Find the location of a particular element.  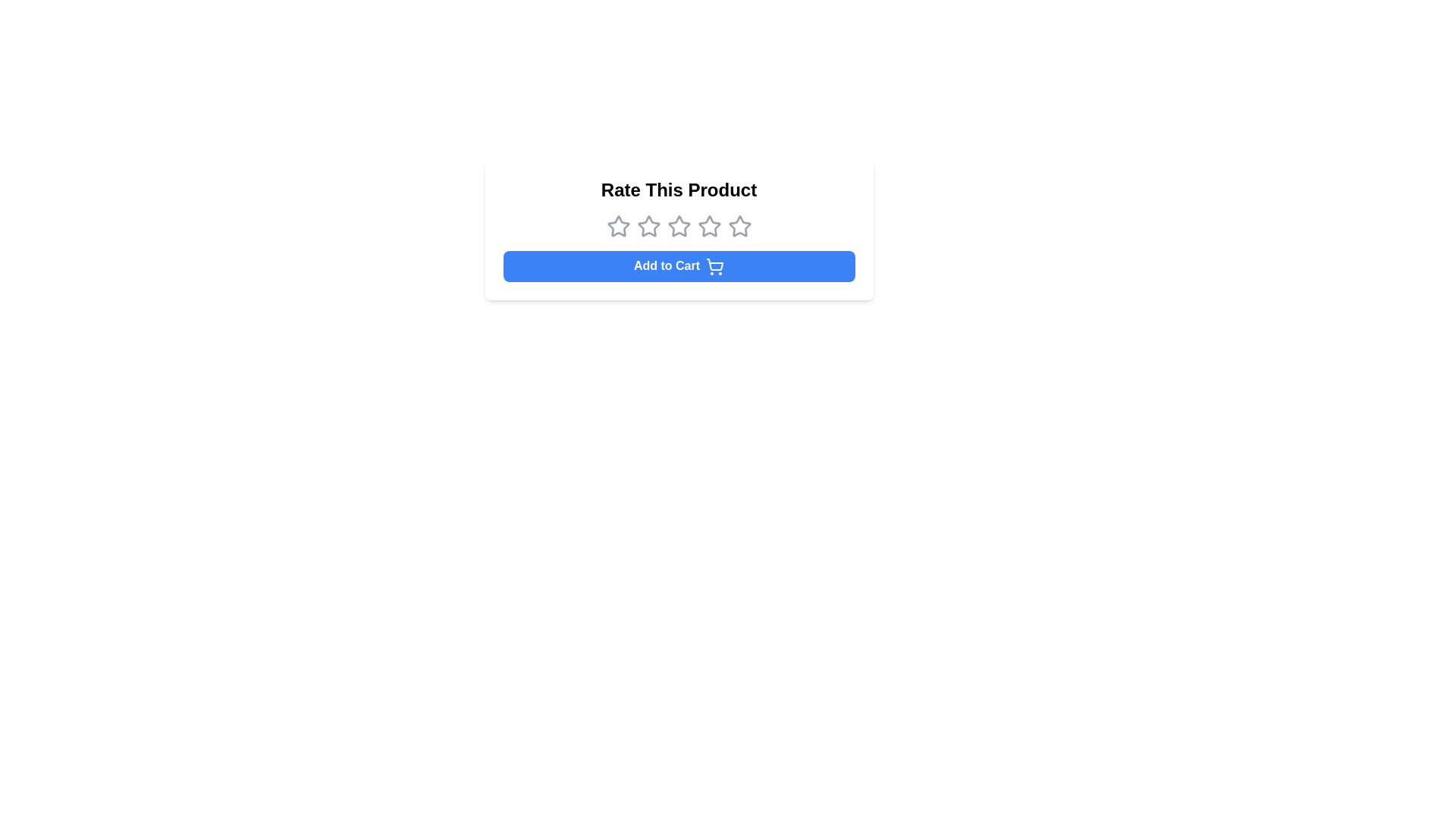

the one-star rating icon located below the 'Rate This Product' text and above the blue 'Add to Cart' button is located at coordinates (618, 227).